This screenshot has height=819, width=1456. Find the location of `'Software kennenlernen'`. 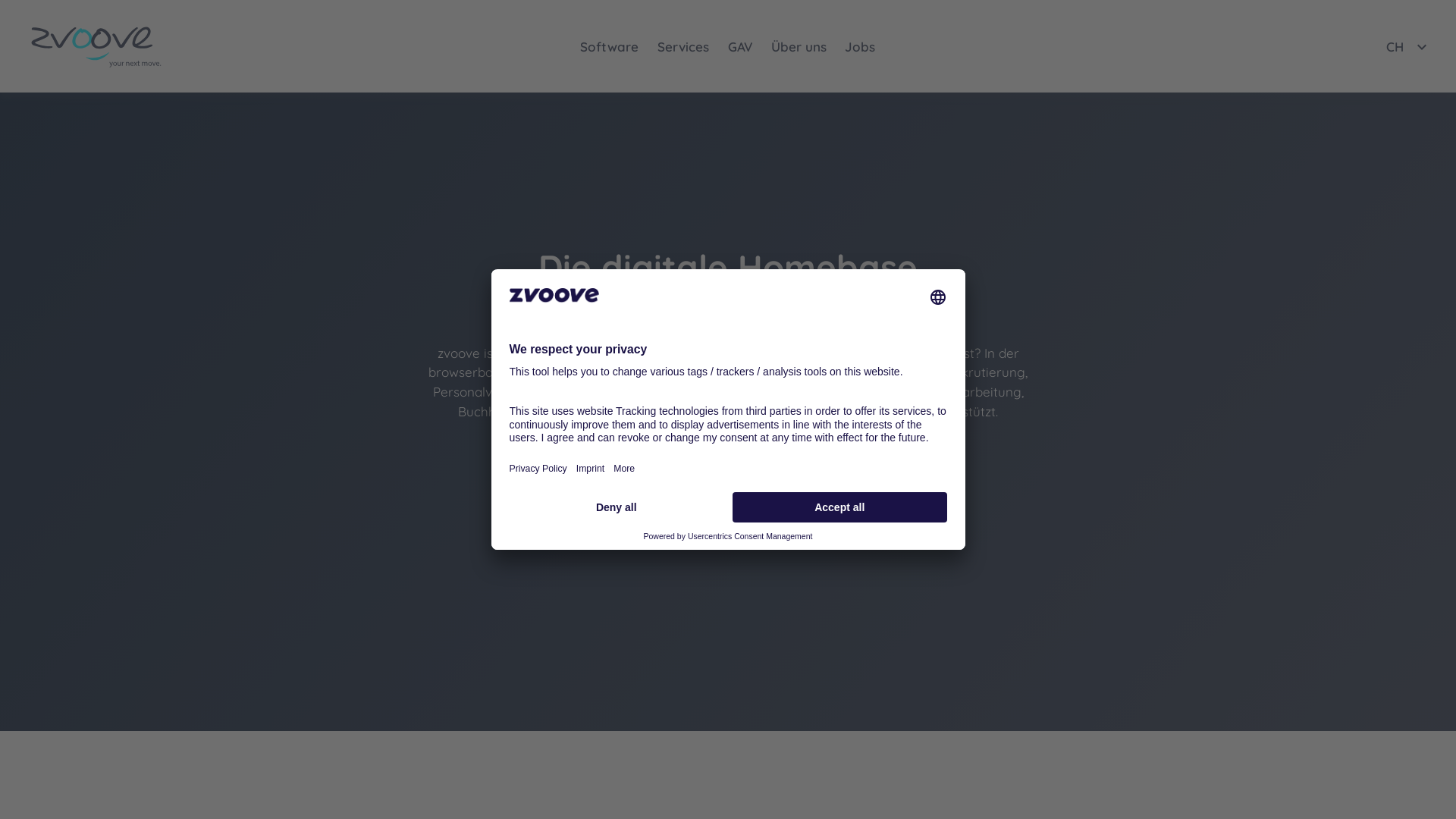

'Software kennenlernen' is located at coordinates (650, 458).